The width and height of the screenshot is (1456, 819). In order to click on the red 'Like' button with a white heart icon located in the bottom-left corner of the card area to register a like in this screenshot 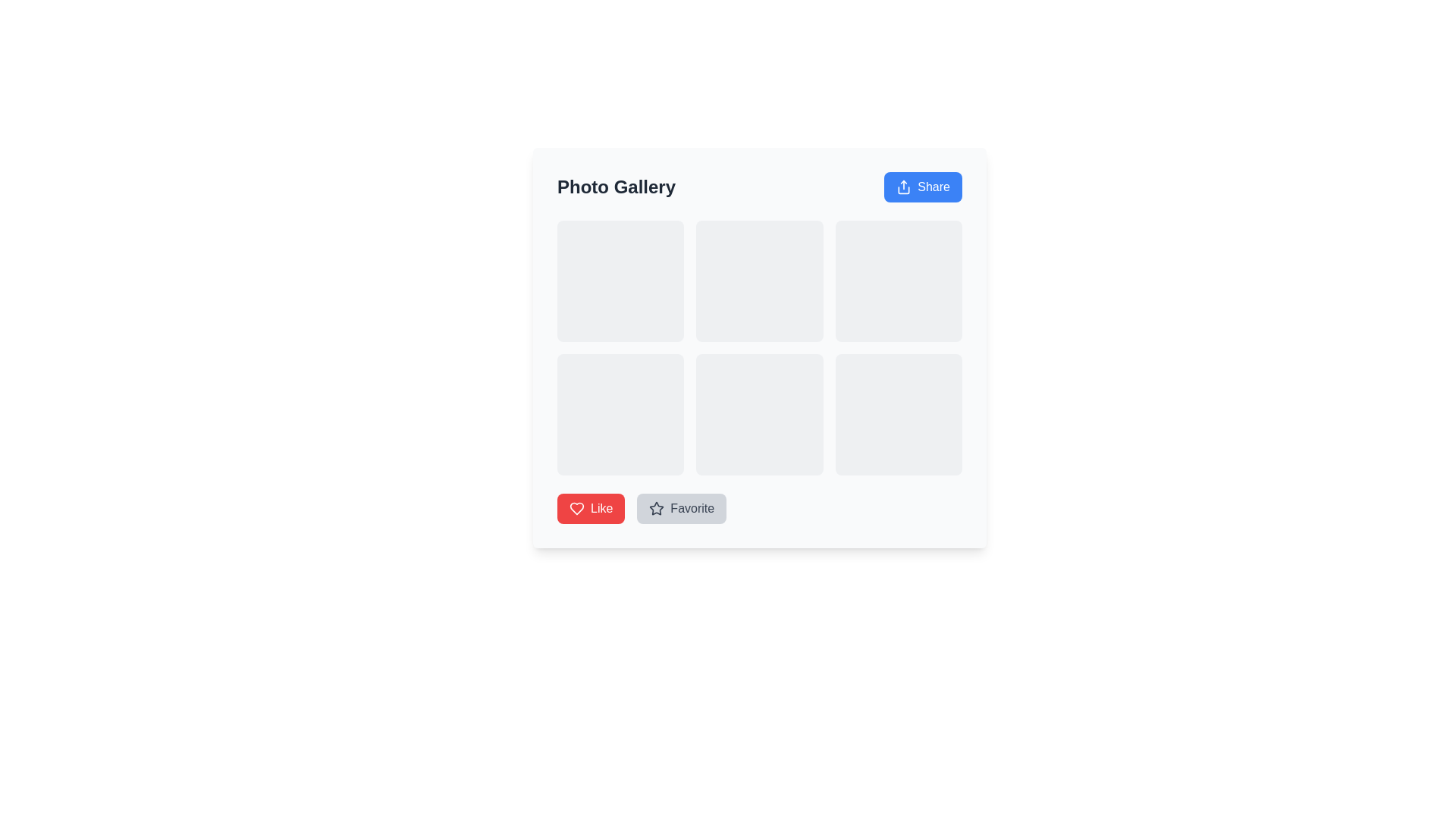, I will do `click(590, 509)`.